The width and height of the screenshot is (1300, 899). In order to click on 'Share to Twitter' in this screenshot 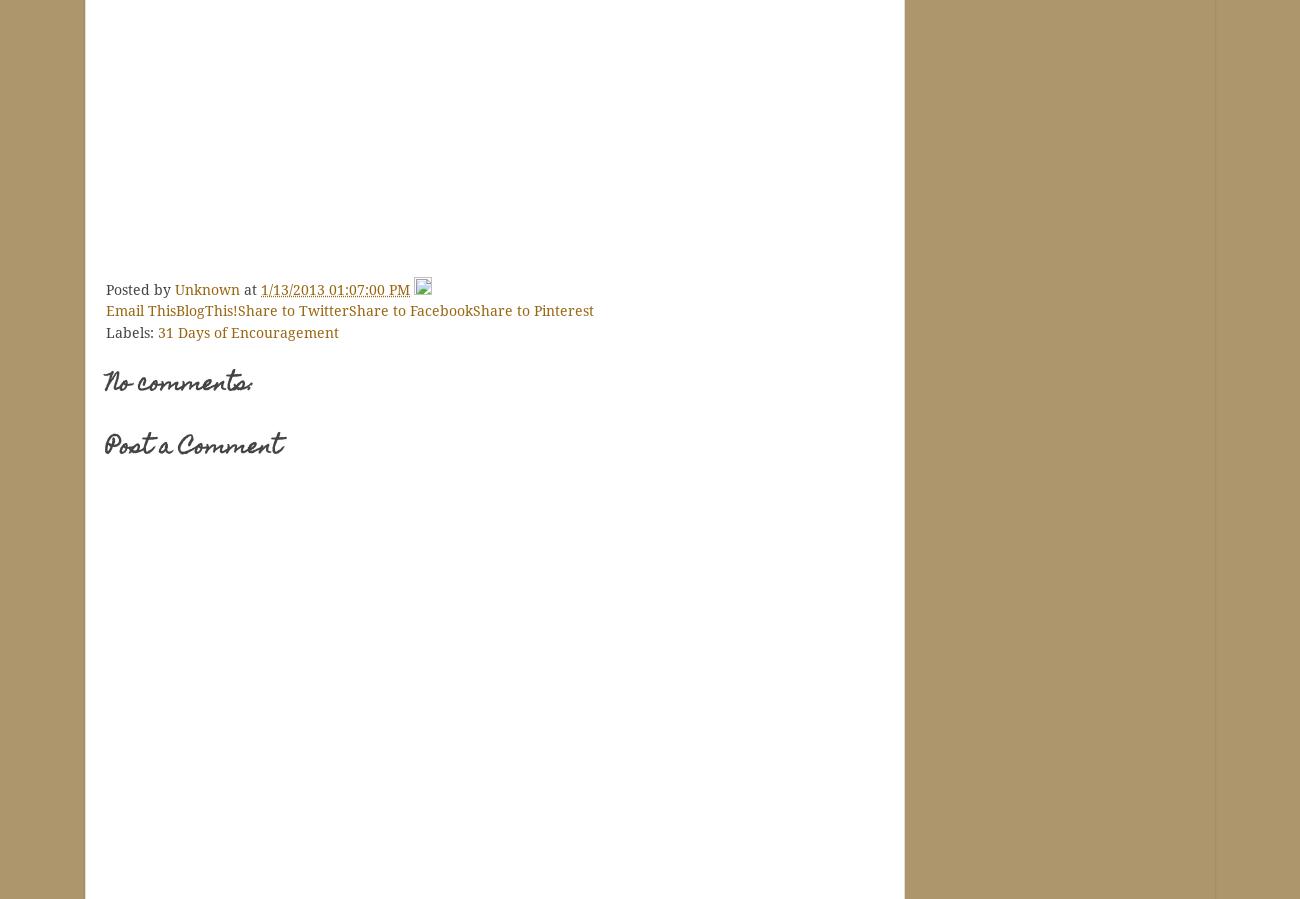, I will do `click(293, 309)`.